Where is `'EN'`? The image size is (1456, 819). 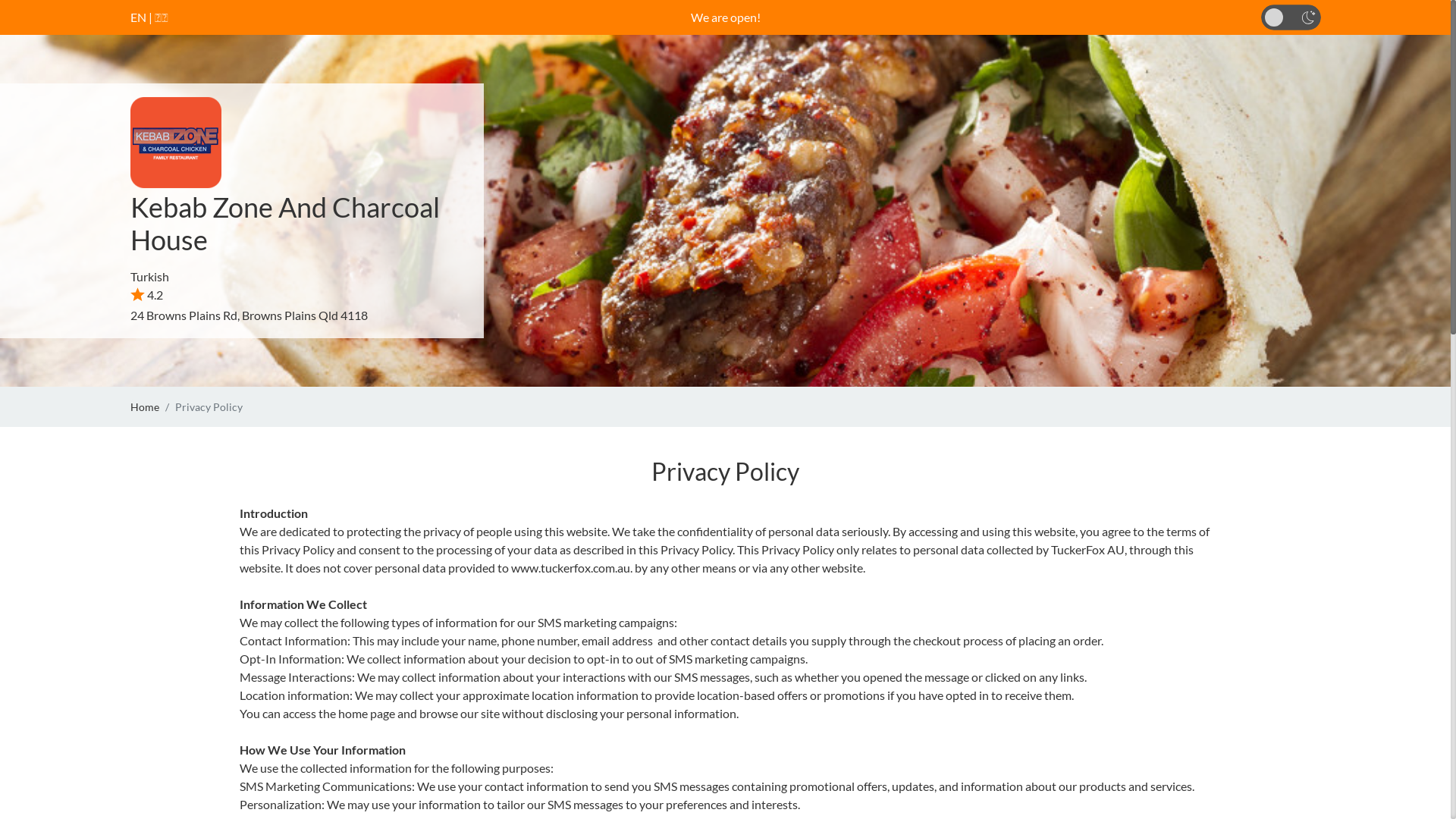 'EN' is located at coordinates (138, 17).